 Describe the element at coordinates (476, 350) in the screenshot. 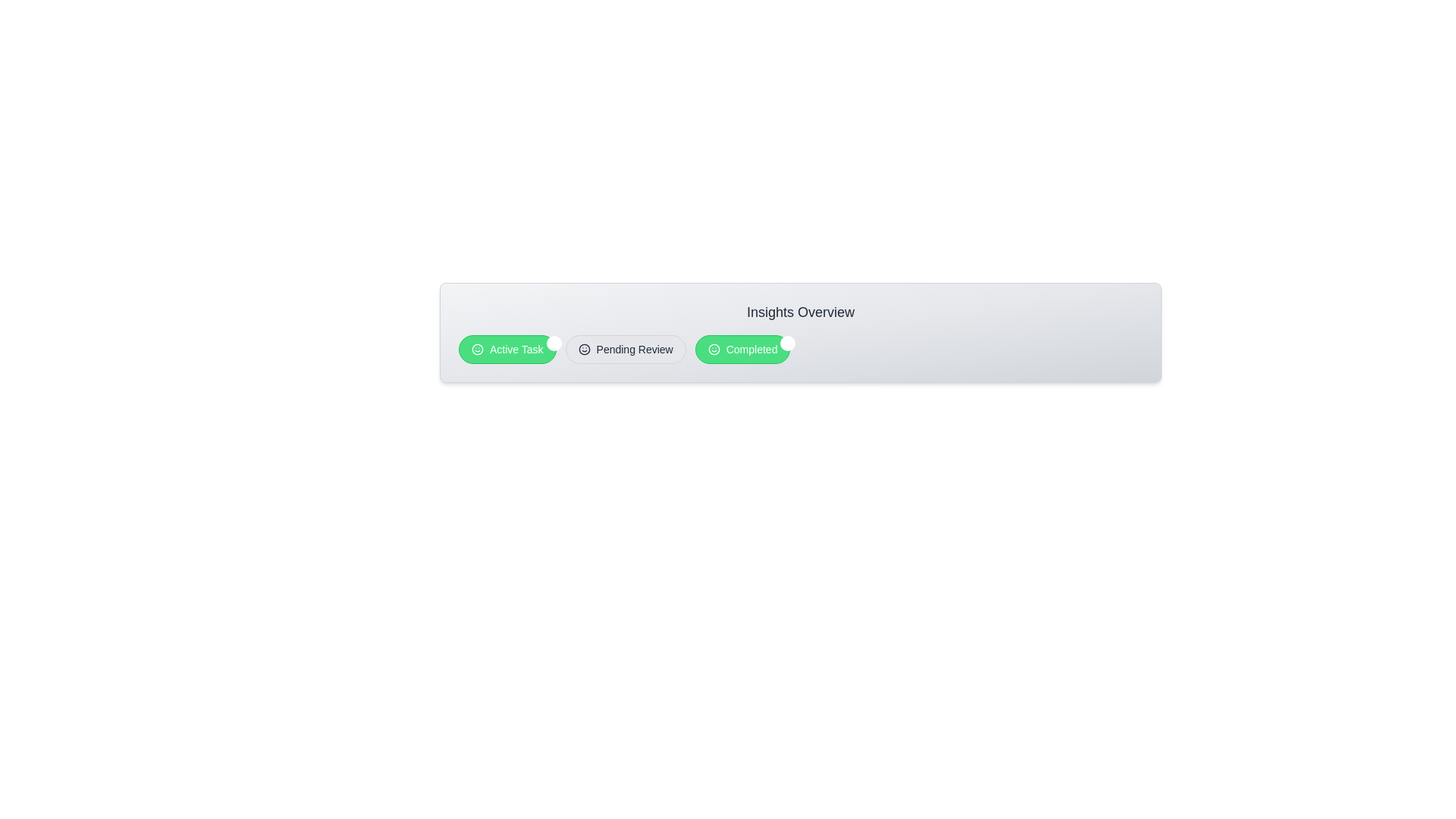

I see `the icon of the chip labeled 'Active Task'` at that location.